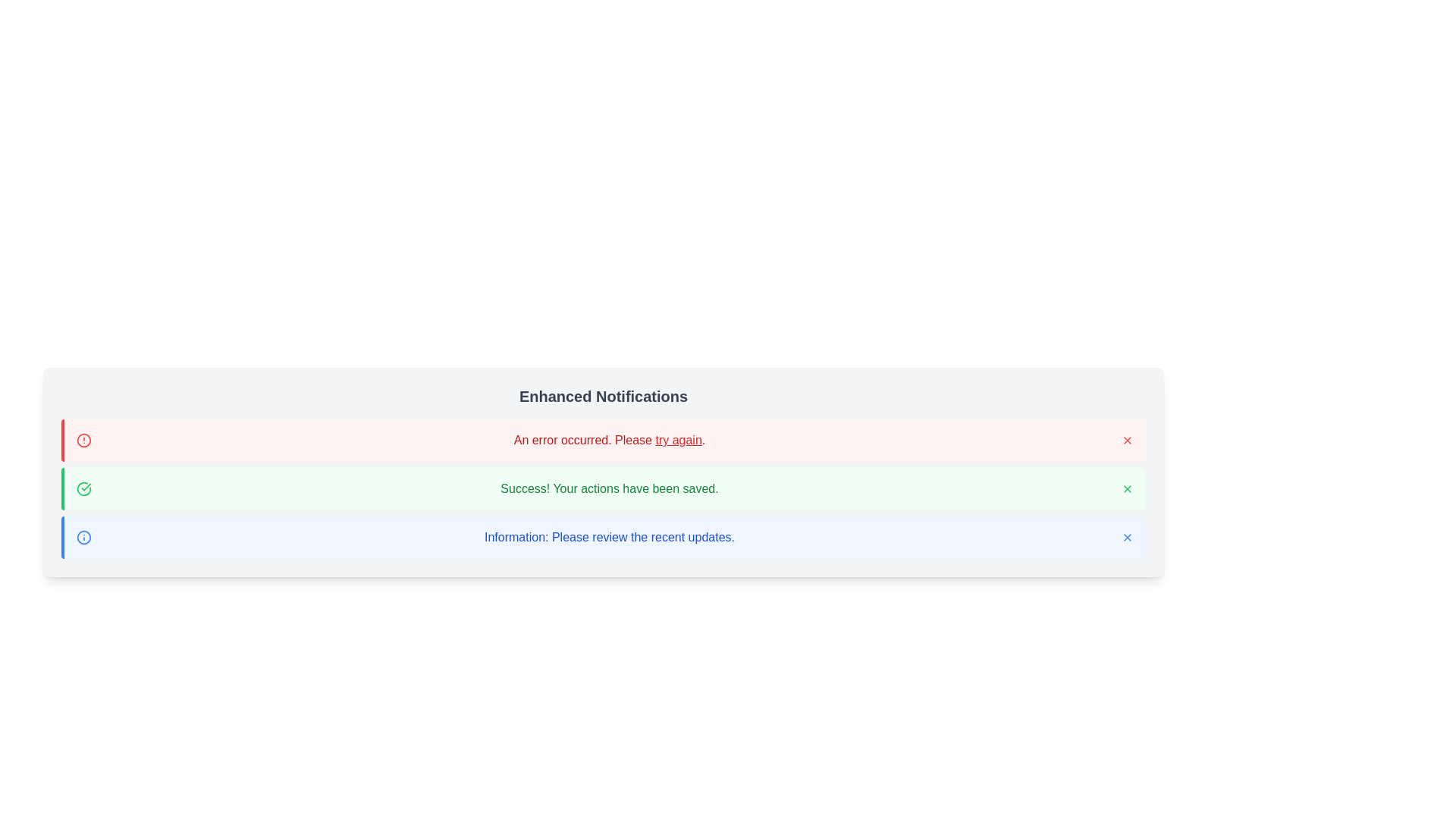 The width and height of the screenshot is (1456, 819). What do you see at coordinates (83, 441) in the screenshot?
I see `the circular SVG icon with a red border and white background, located within the notification section next to the error message 'An error occurred. Please try again.'` at bounding box center [83, 441].